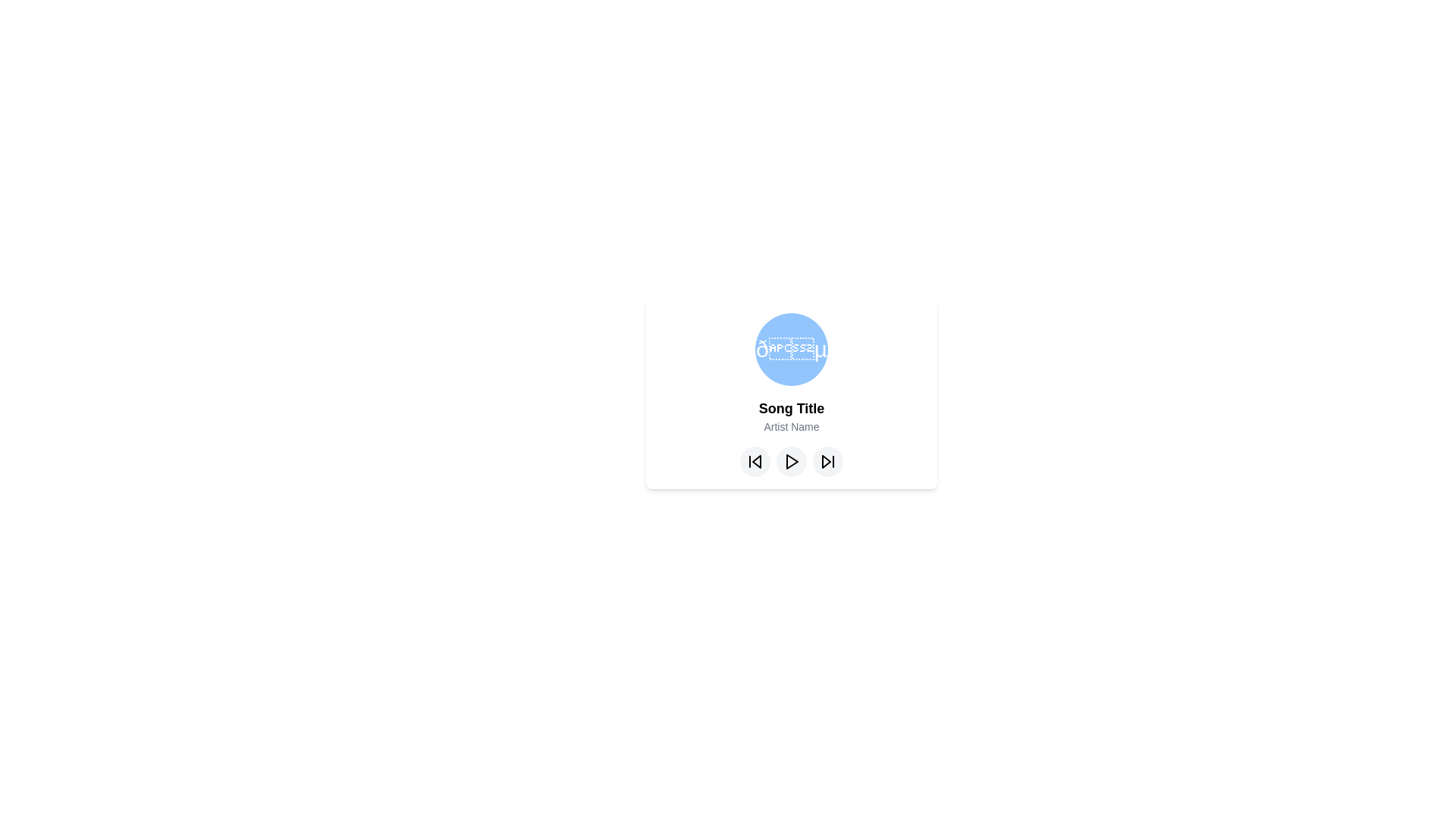 This screenshot has width=1456, height=819. What do you see at coordinates (790, 350) in the screenshot?
I see `the decorative icon or avatar that represents a song or artist, which is centrally located above the 'Song Title' and 'Artist Name' within a card-like component` at bounding box center [790, 350].